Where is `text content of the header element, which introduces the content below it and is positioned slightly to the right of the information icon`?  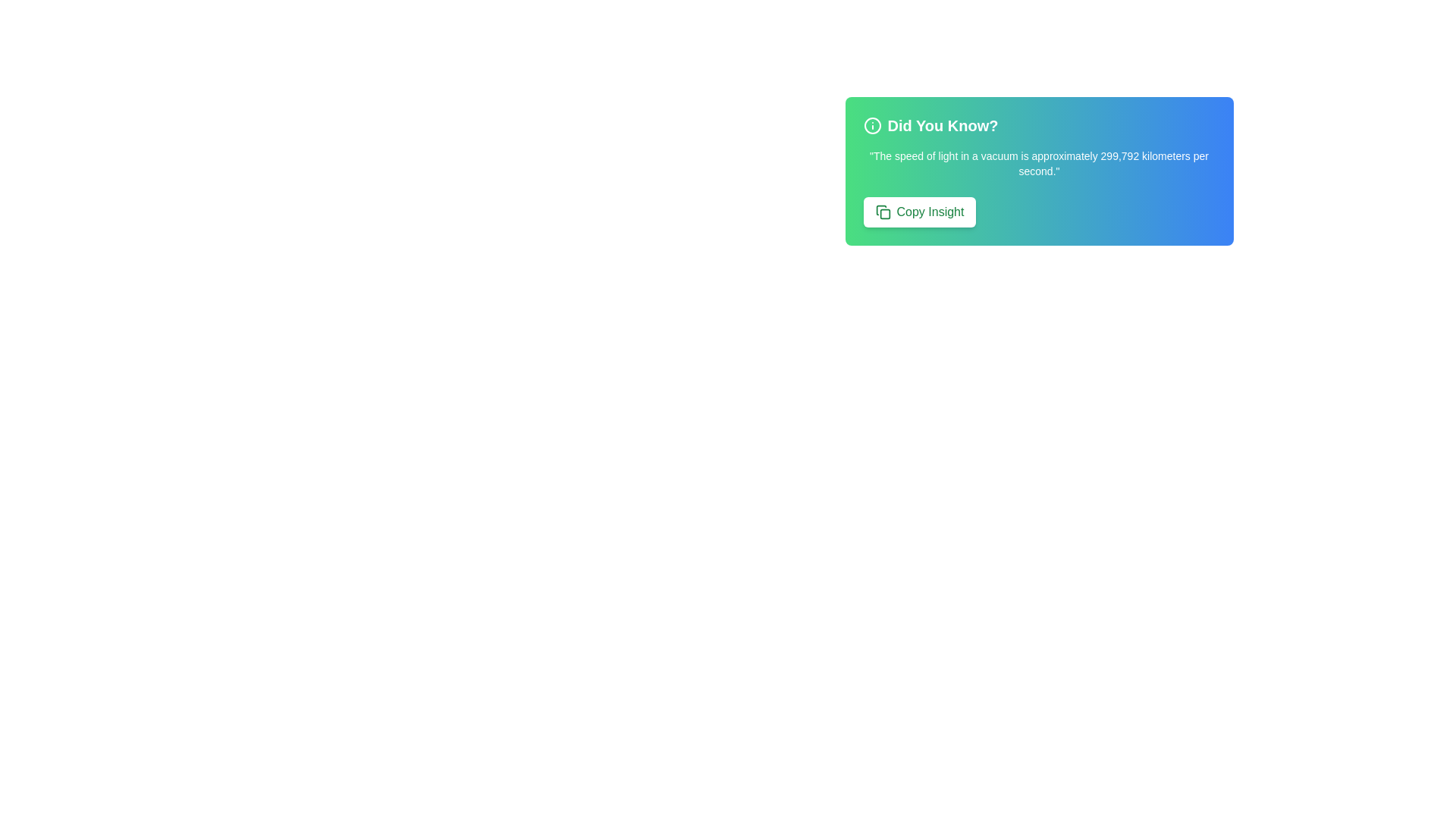 text content of the header element, which introduces the content below it and is positioned slightly to the right of the information icon is located at coordinates (942, 124).